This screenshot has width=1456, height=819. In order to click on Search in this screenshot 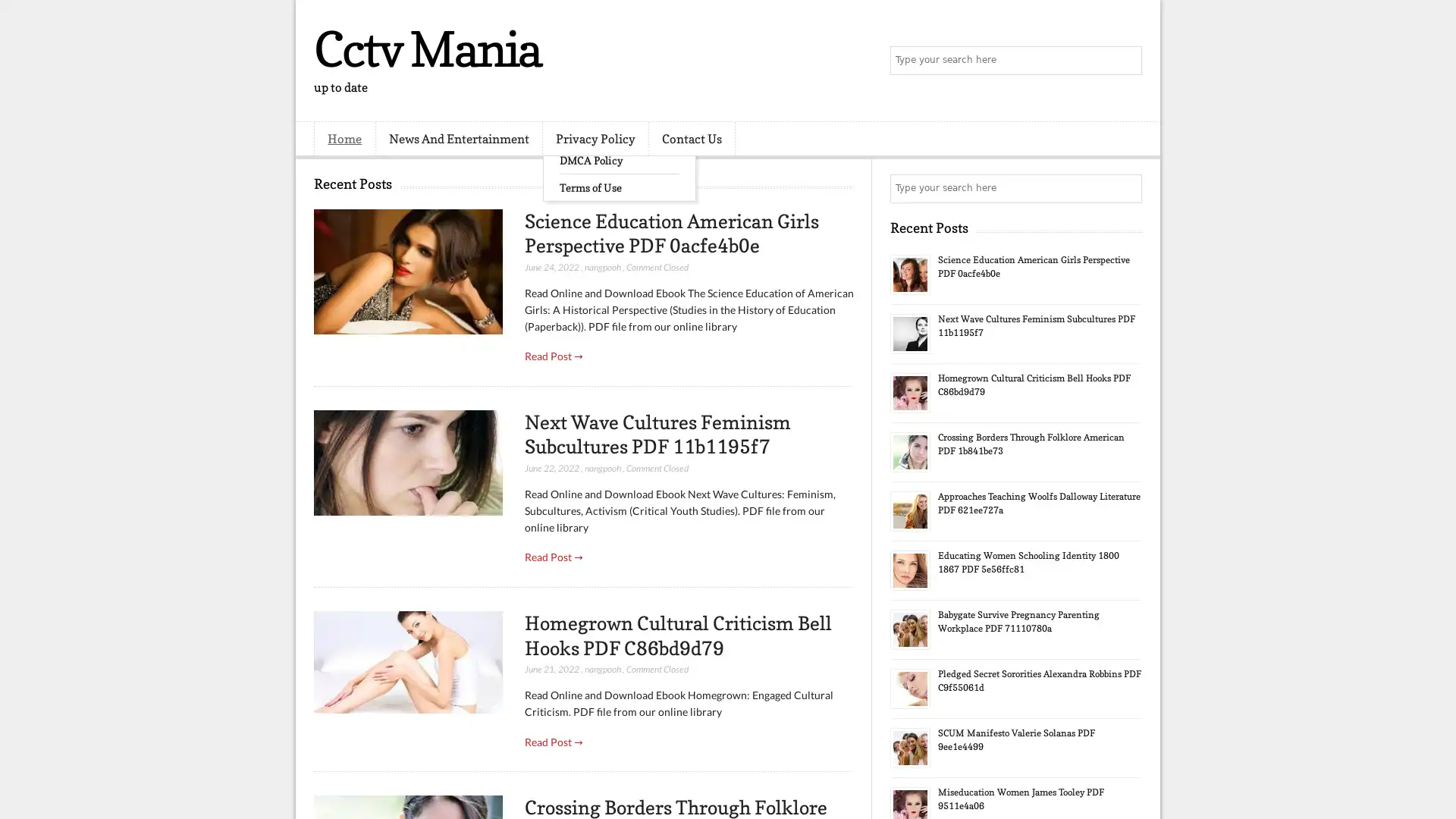, I will do `click(1126, 188)`.